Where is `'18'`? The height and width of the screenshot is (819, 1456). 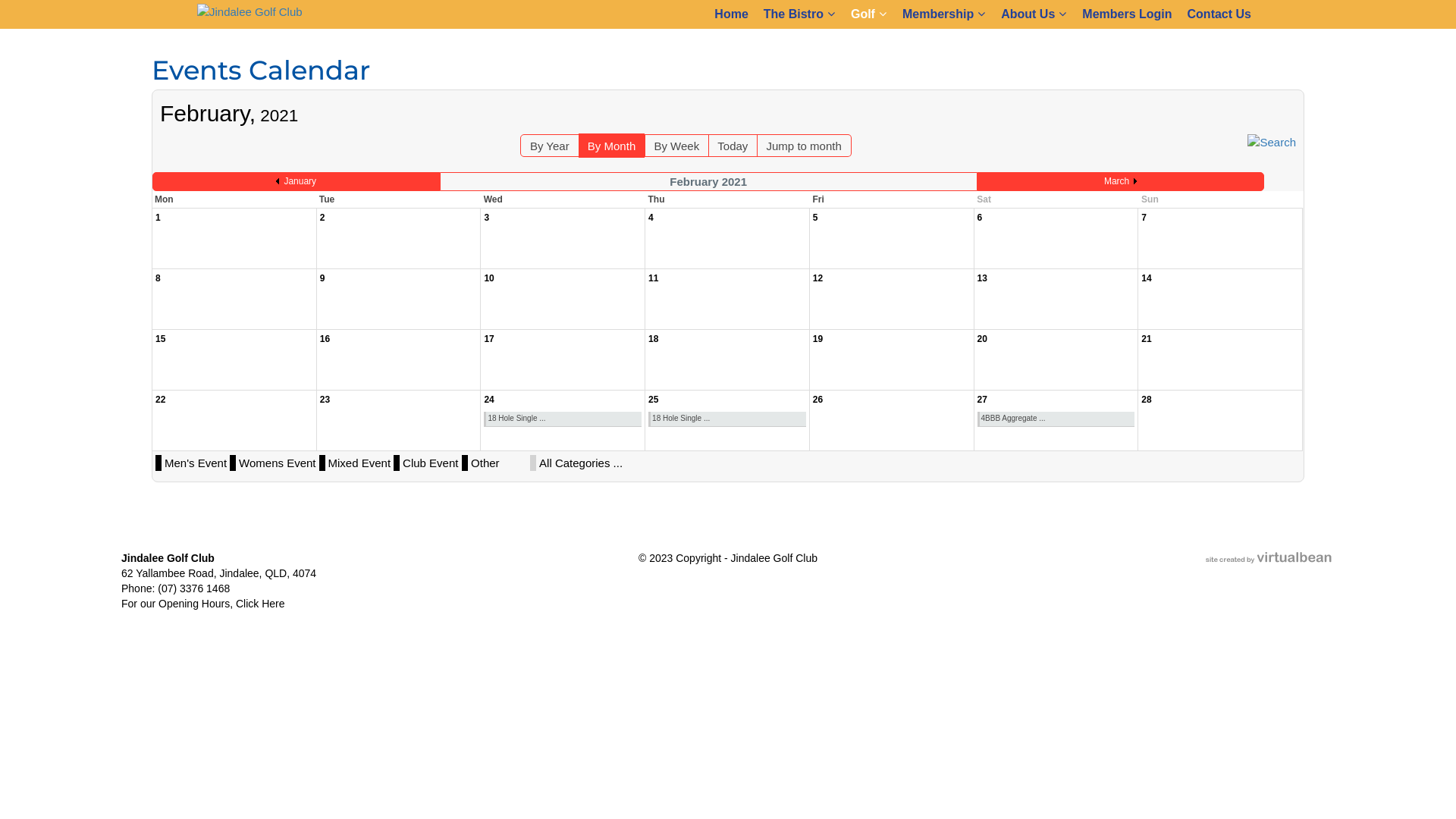 '18' is located at coordinates (648, 338).